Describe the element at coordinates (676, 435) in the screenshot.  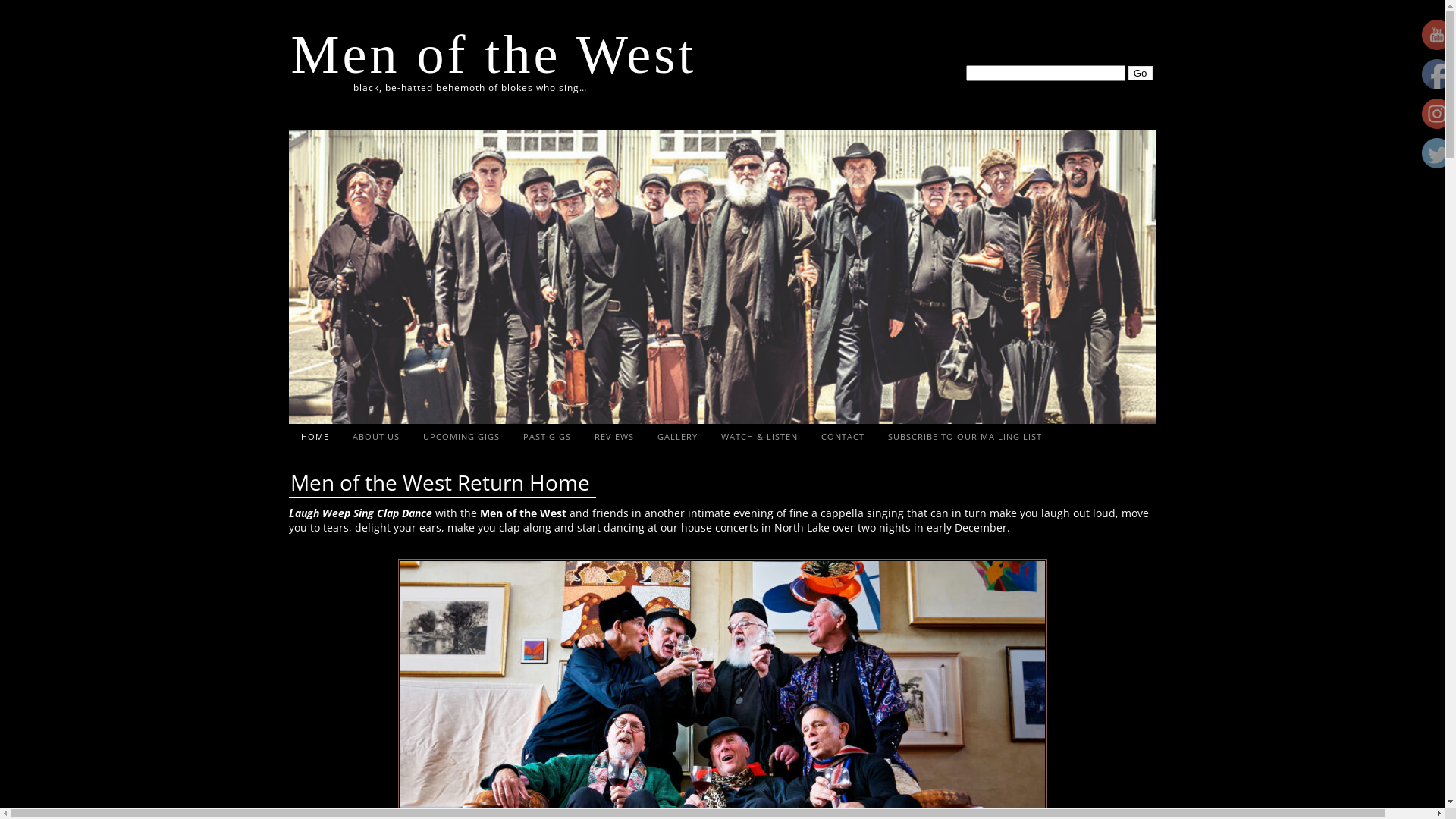
I see `'GALLERY'` at that location.